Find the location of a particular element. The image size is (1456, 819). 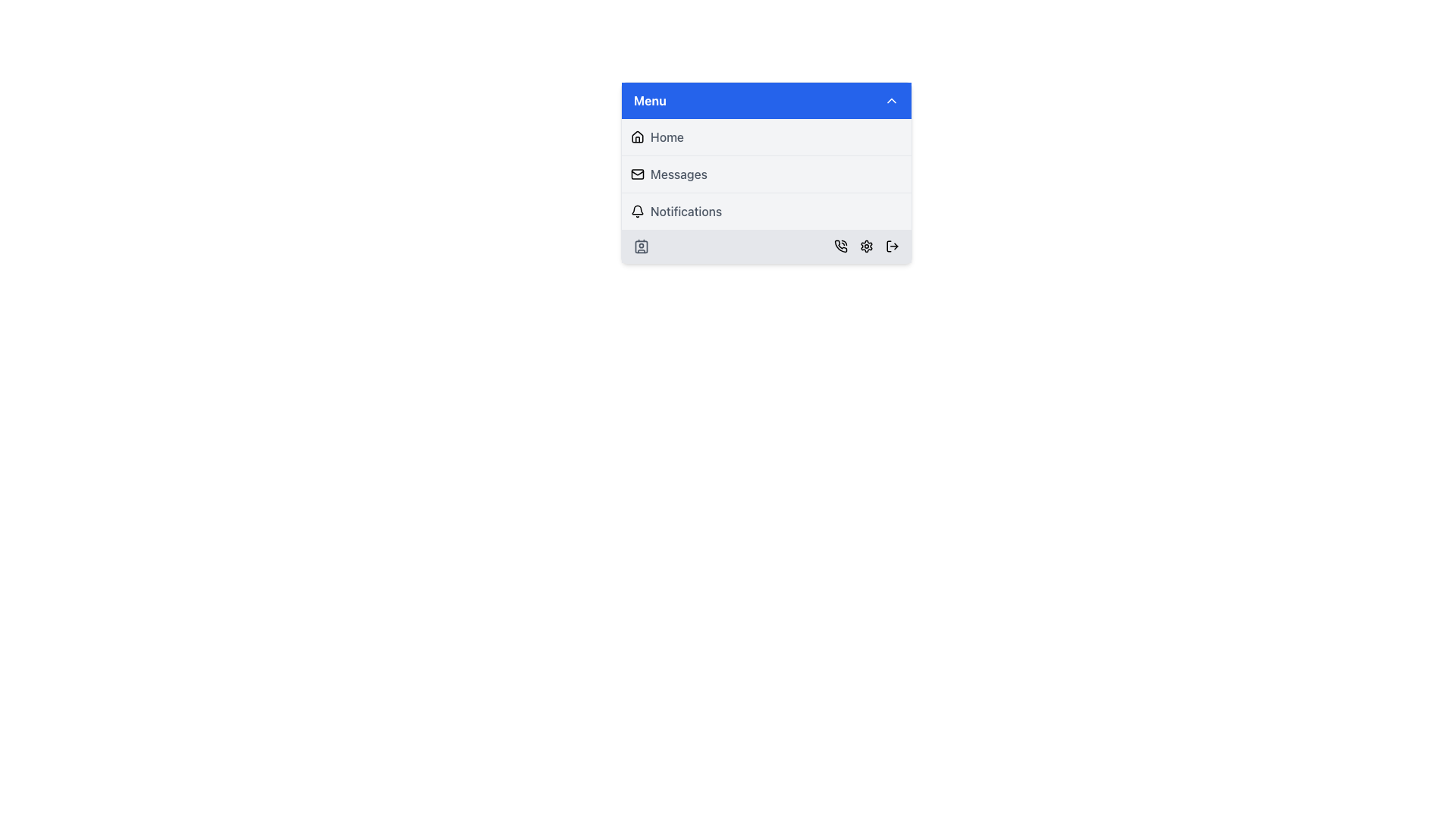

the notifications menu option, which is the third item in the vertical menu below 'Messages' is located at coordinates (767, 211).